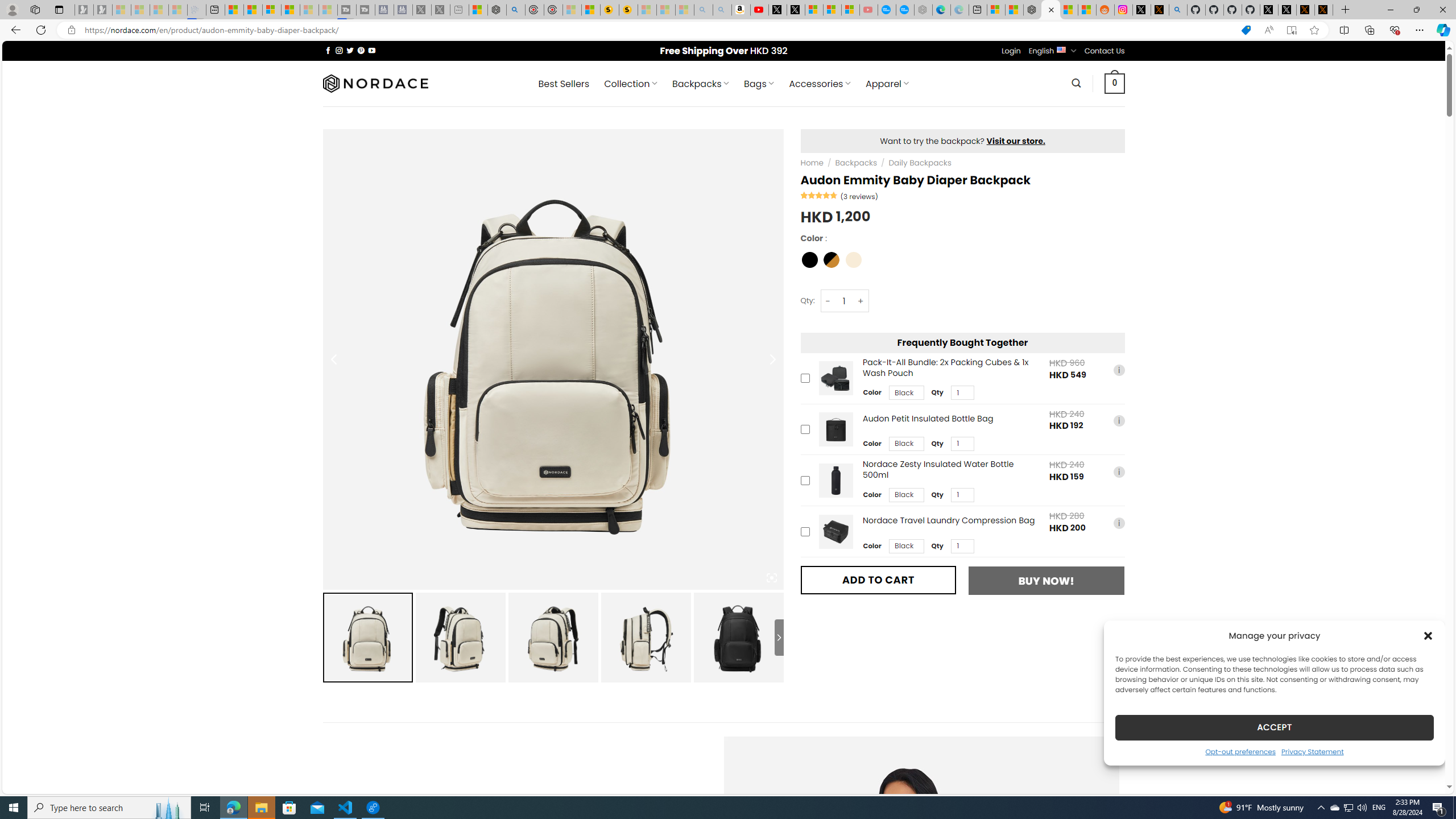 This screenshot has width=1456, height=819. What do you see at coordinates (962, 546) in the screenshot?
I see `'Class: upsell-v2-product-upsell-variable-product-qty-select'` at bounding box center [962, 546].